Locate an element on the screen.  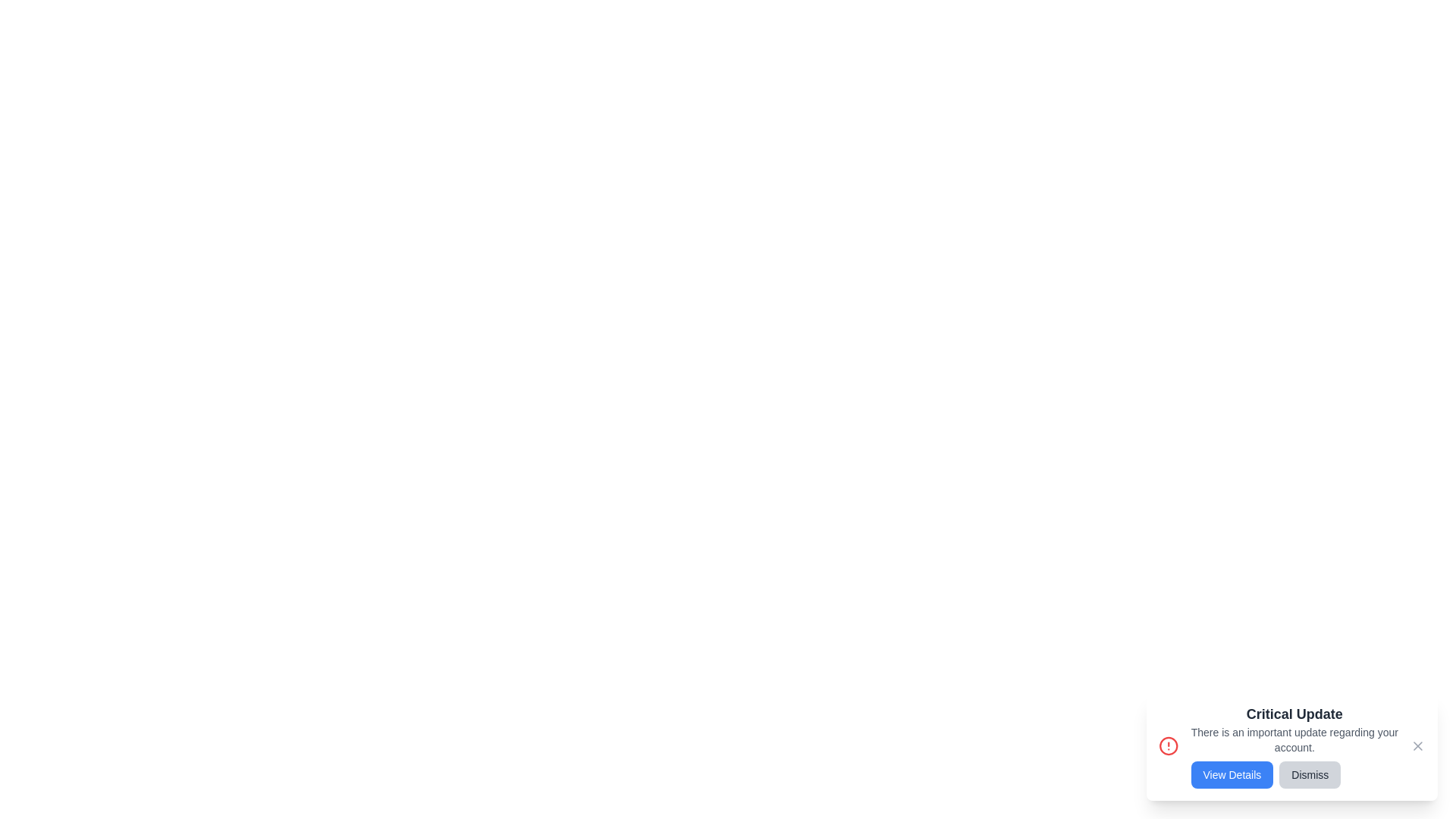
the 'View Details' button to view more information is located at coordinates (1232, 775).